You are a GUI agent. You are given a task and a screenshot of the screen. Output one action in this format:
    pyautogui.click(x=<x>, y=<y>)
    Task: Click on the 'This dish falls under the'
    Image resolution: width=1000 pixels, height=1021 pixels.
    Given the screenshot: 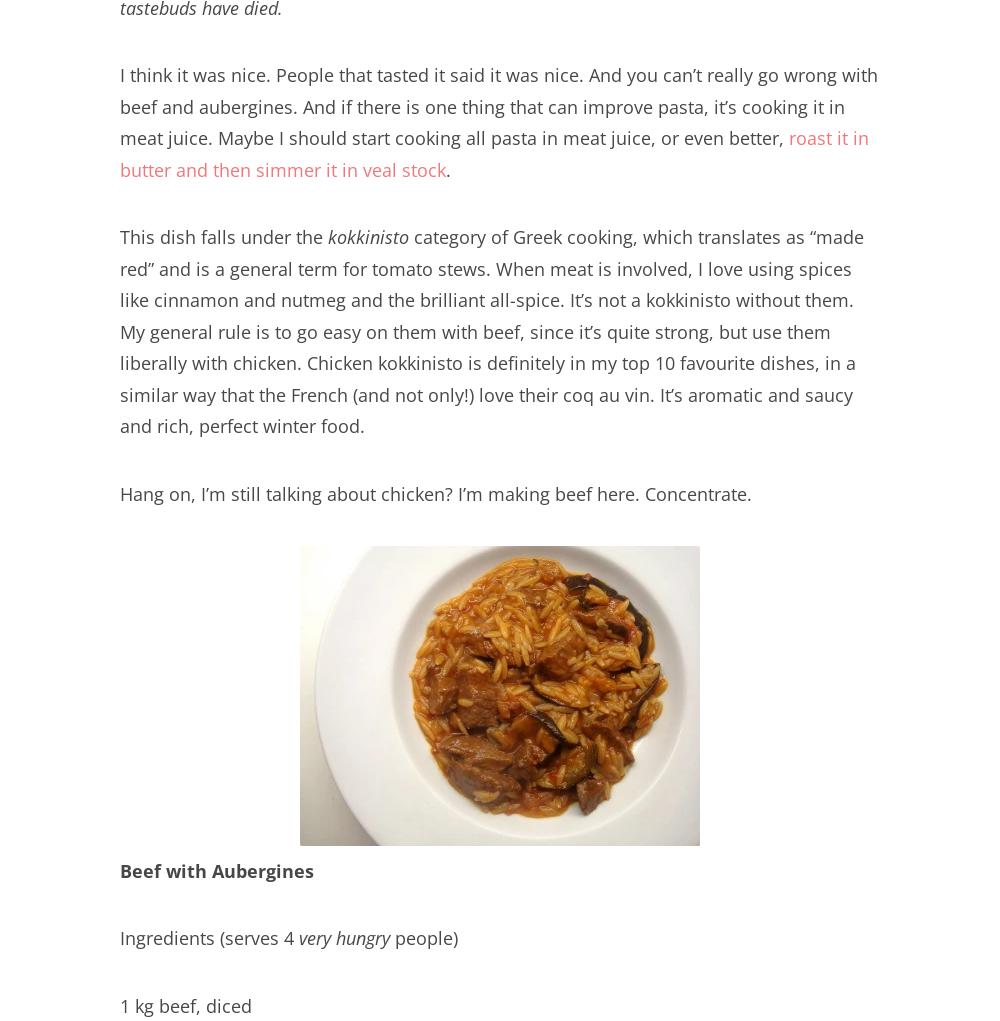 What is the action you would take?
    pyautogui.click(x=223, y=235)
    